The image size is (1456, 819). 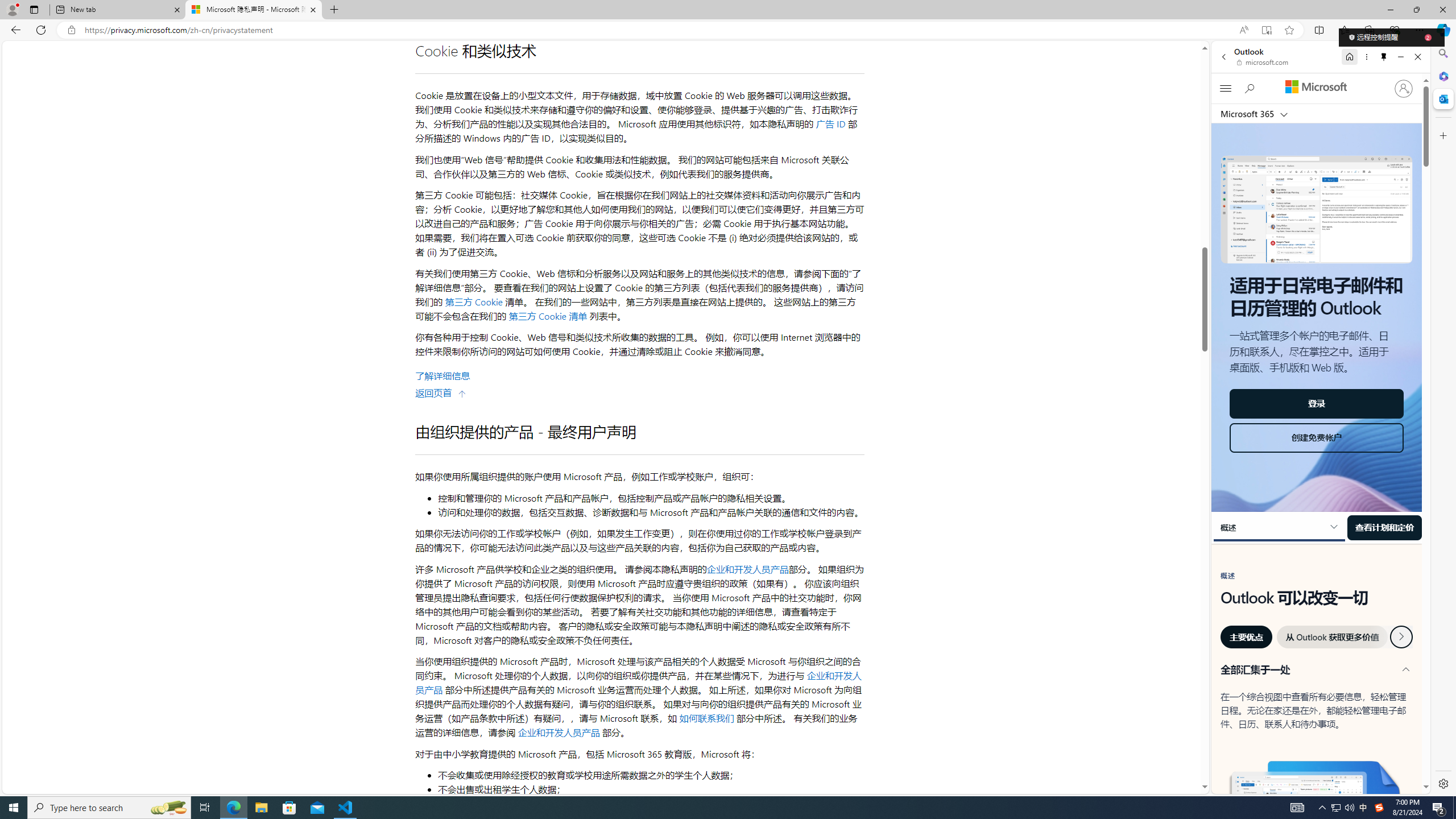 I want to click on 'microsoft.com', so click(x=1263, y=61).